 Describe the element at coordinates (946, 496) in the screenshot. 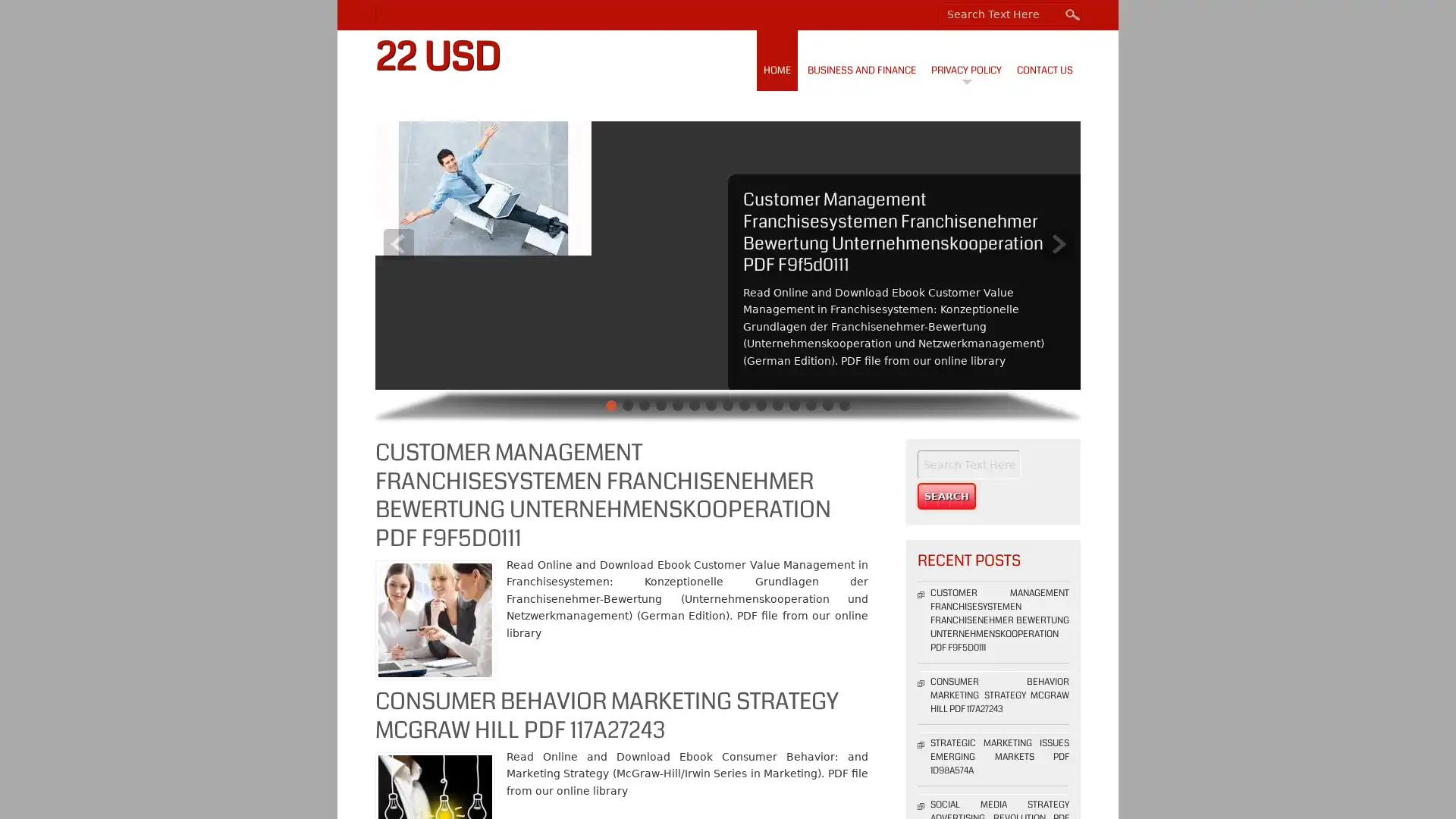

I see `Search` at that location.